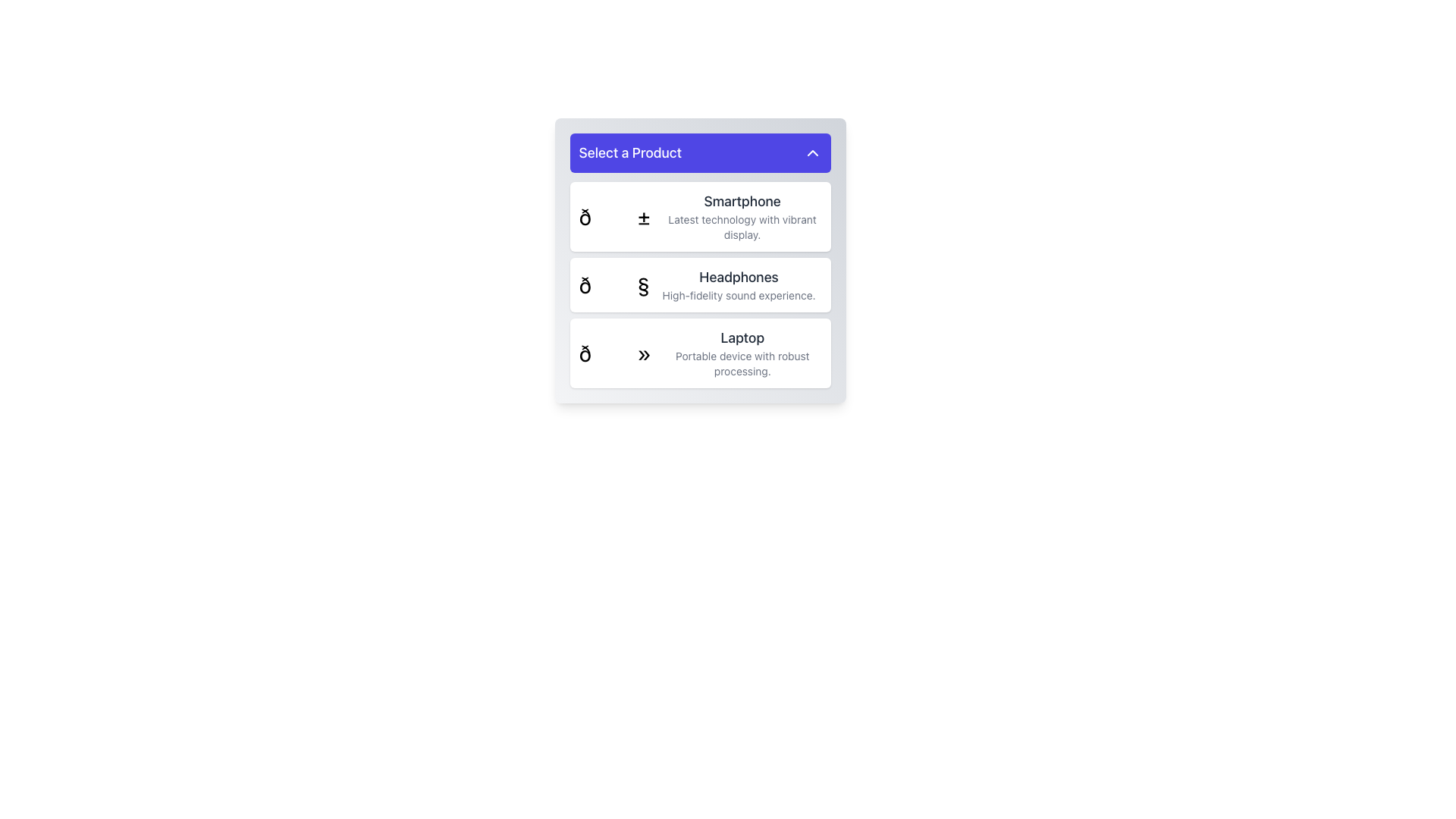 Image resolution: width=1456 pixels, height=819 pixels. I want to click on the 'Headphones' list item, which features a bold title and a descriptive text, so click(739, 284).